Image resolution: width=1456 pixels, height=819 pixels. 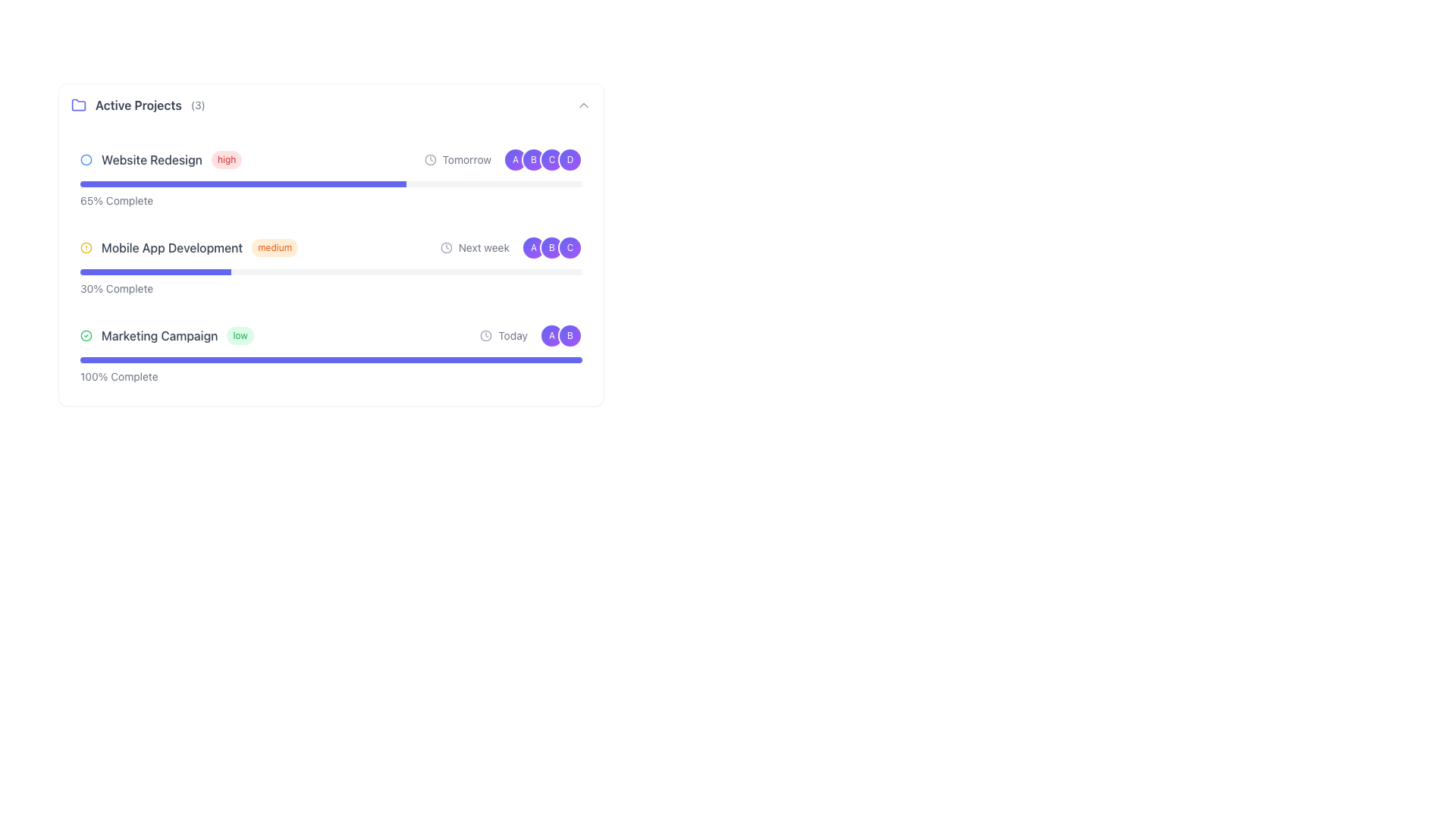 I want to click on the circular badge with the letter 'C' centered inside it, which is the third badge in a row of badges labeled 'A', 'B', and 'C', so click(x=570, y=247).